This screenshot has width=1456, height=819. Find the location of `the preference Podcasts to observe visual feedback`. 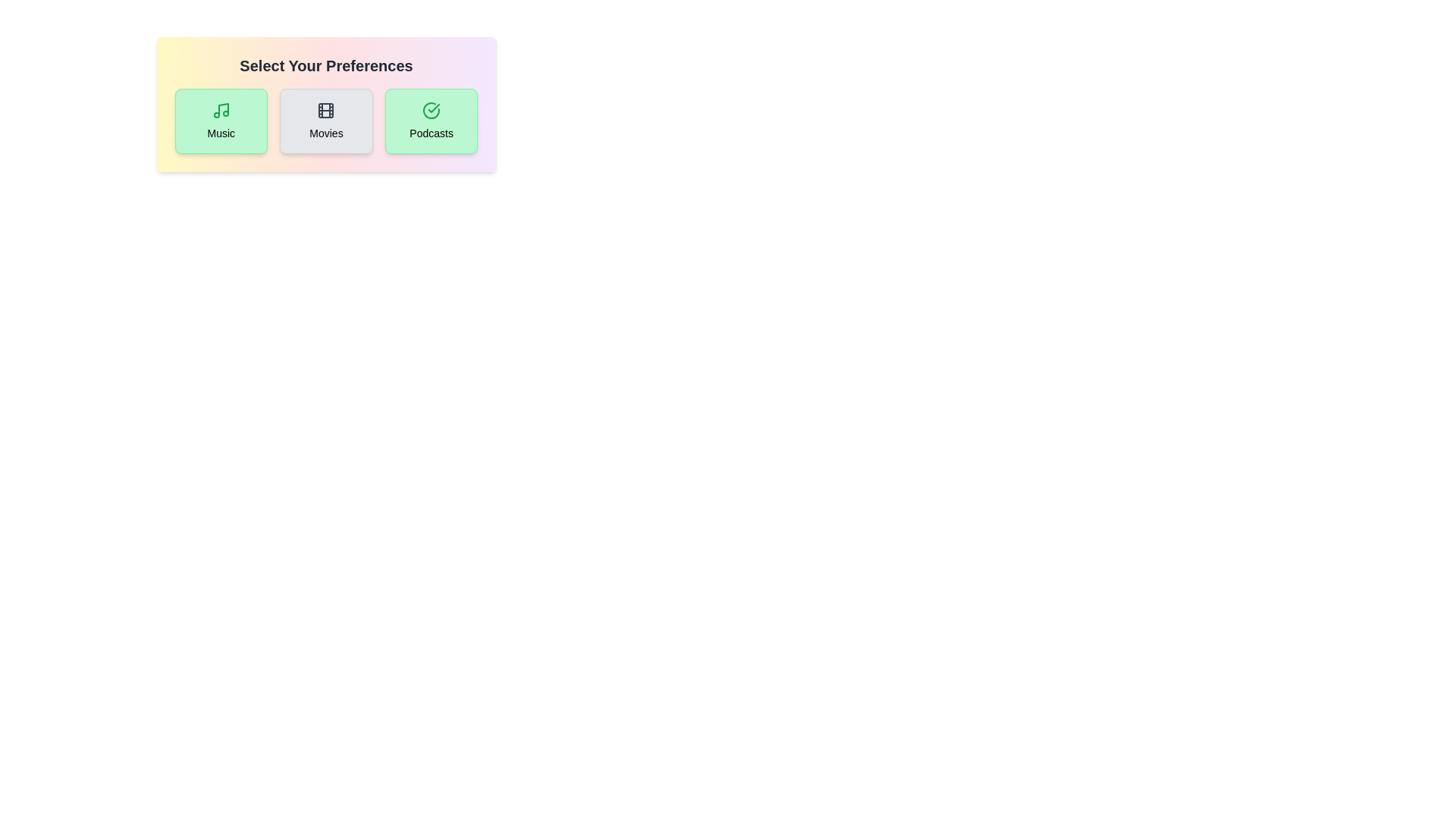

the preference Podcasts to observe visual feedback is located at coordinates (431, 120).